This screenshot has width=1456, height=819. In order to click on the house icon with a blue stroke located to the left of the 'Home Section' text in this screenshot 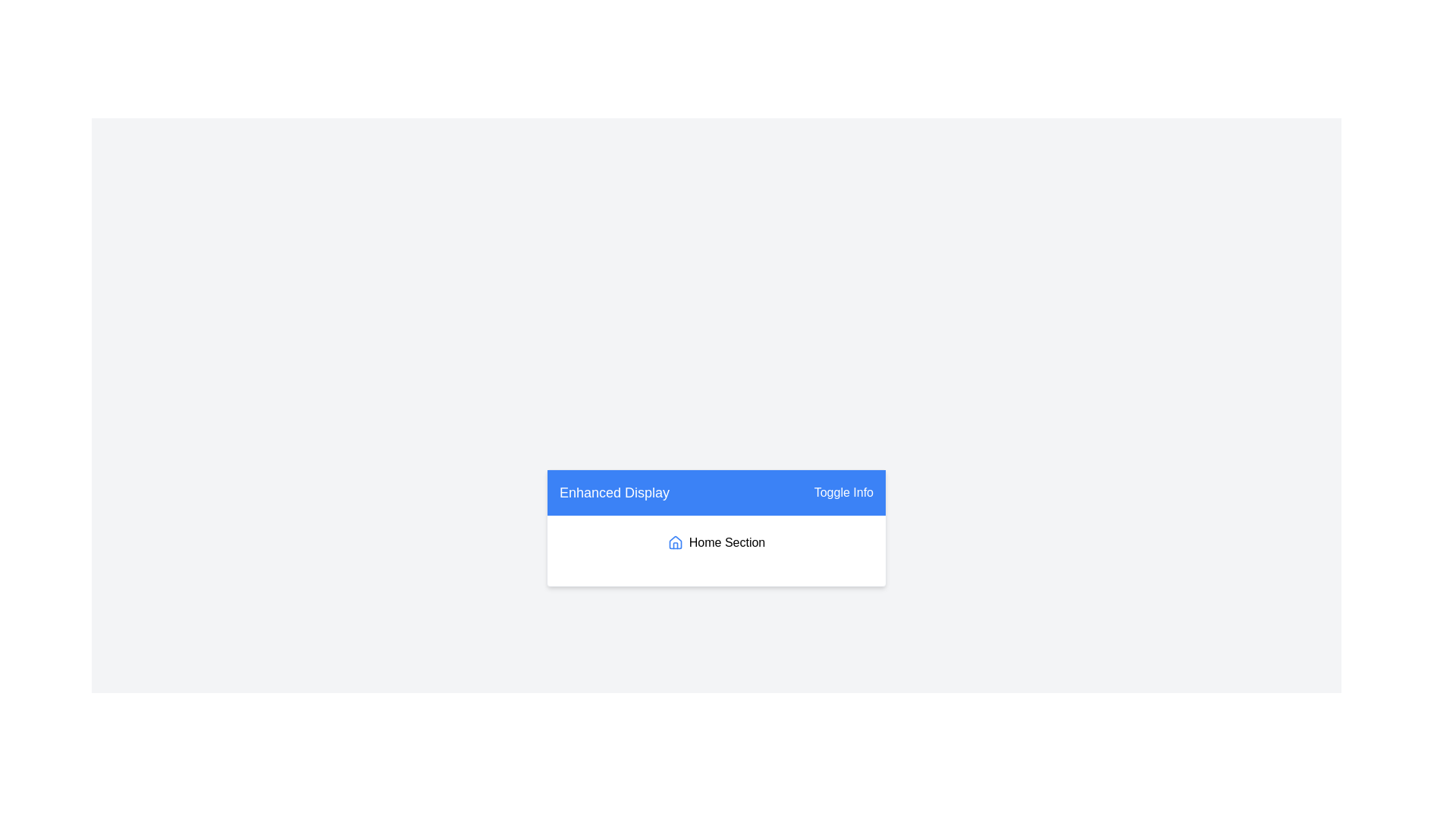, I will do `click(674, 541)`.